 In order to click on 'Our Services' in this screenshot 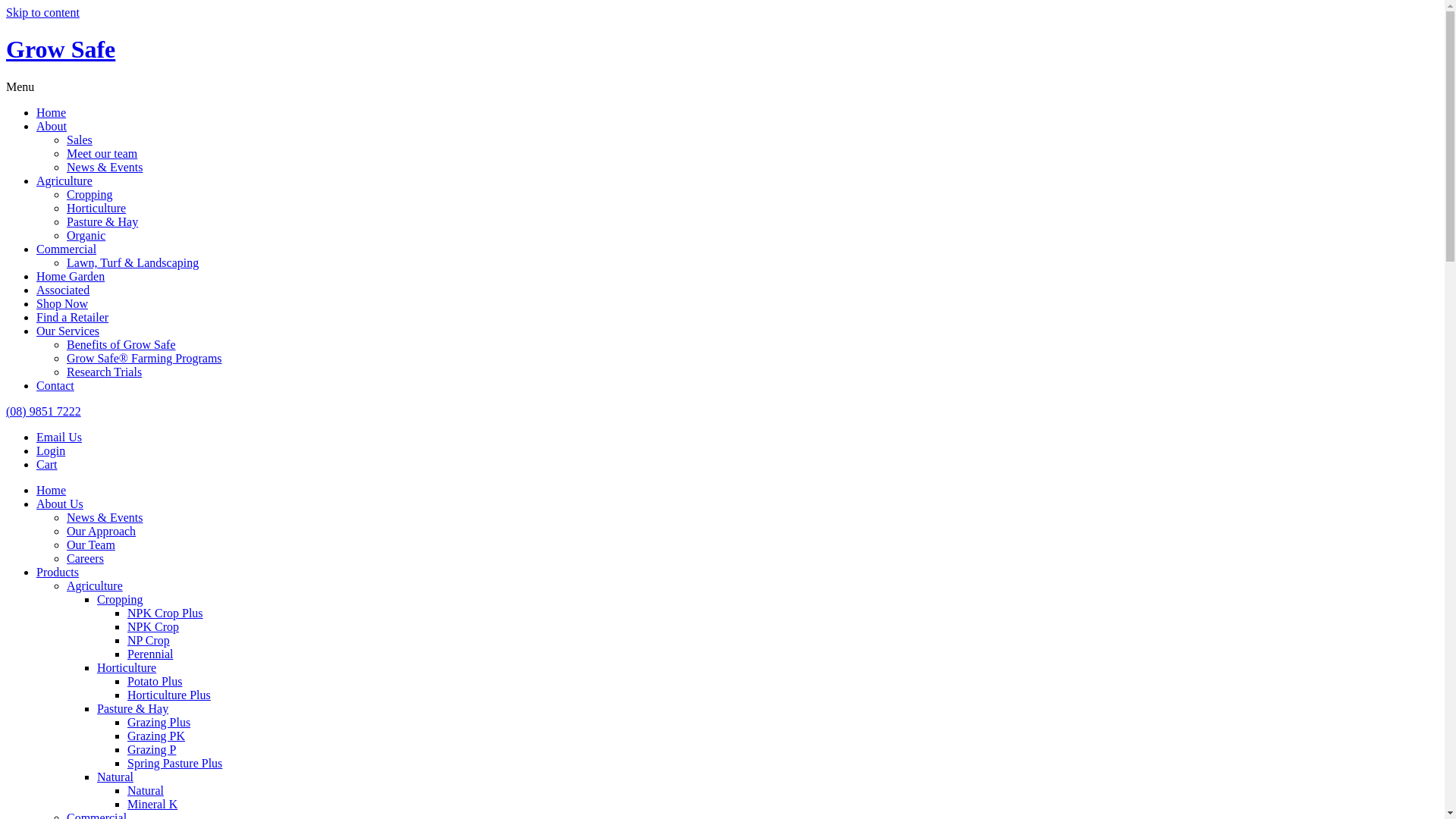, I will do `click(67, 330)`.